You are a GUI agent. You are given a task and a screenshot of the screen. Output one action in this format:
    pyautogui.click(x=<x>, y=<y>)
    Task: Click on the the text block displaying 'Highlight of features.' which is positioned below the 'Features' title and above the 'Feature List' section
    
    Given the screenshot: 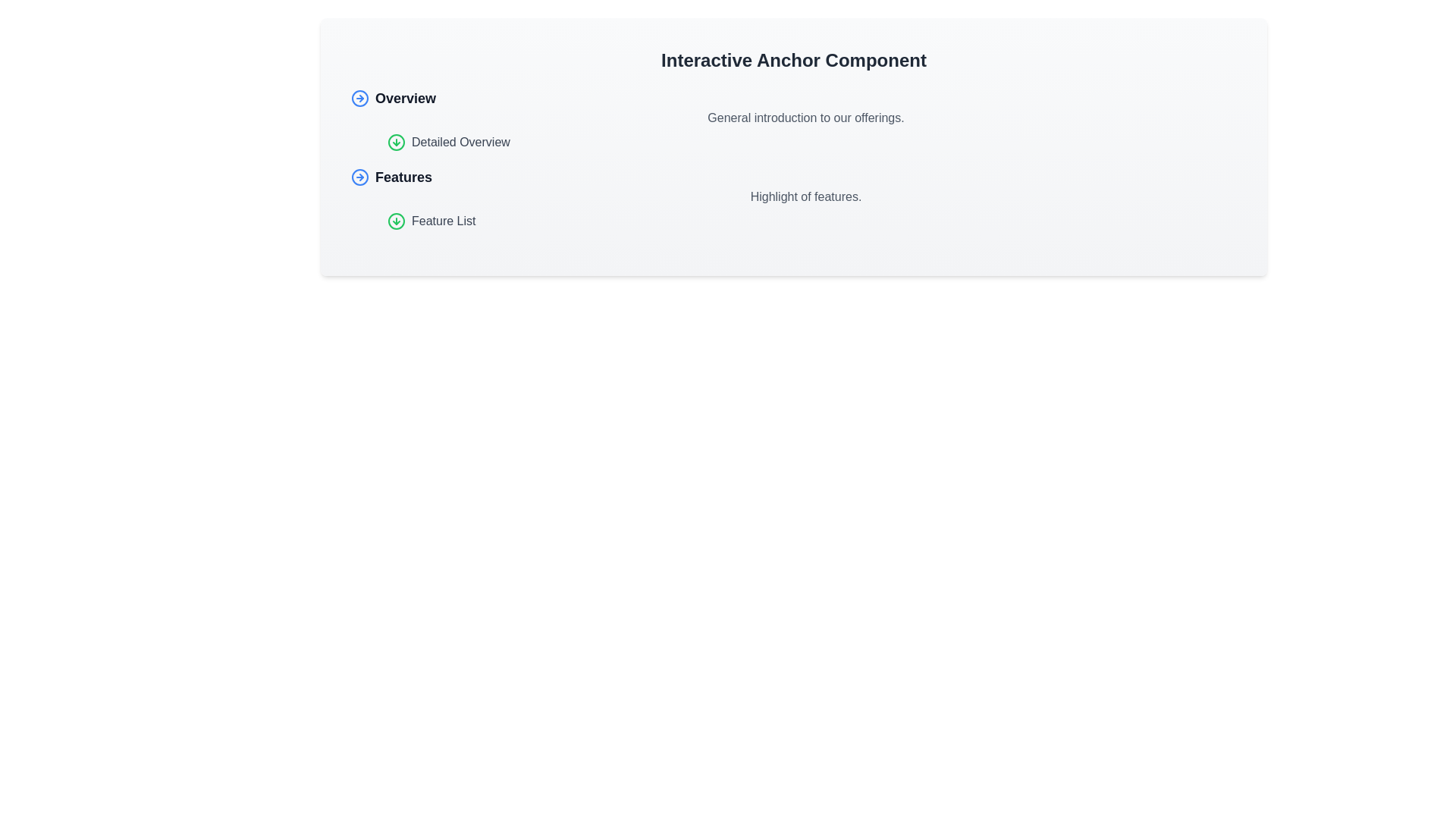 What is the action you would take?
    pyautogui.click(x=805, y=196)
    